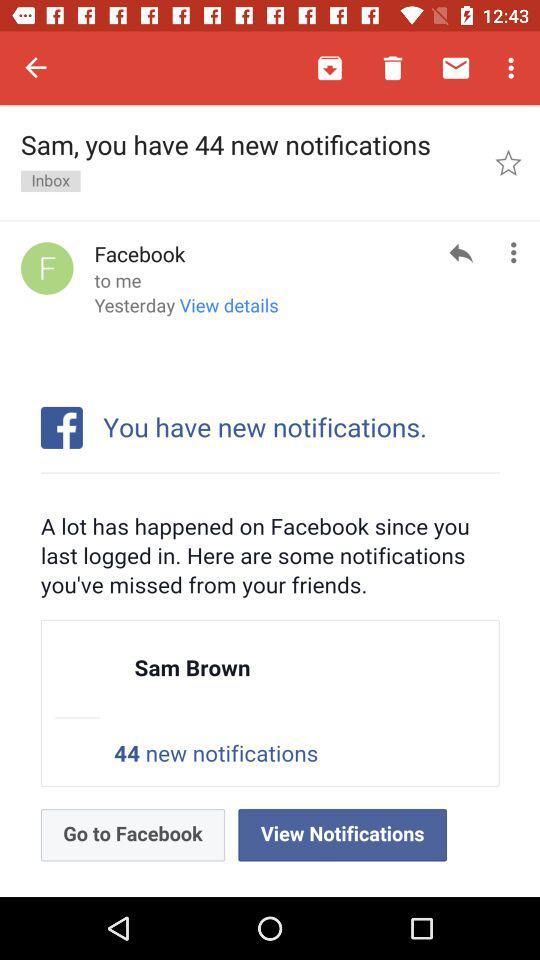 The image size is (540, 960). What do you see at coordinates (508, 161) in the screenshot?
I see `icon next to the sam you have item` at bounding box center [508, 161].